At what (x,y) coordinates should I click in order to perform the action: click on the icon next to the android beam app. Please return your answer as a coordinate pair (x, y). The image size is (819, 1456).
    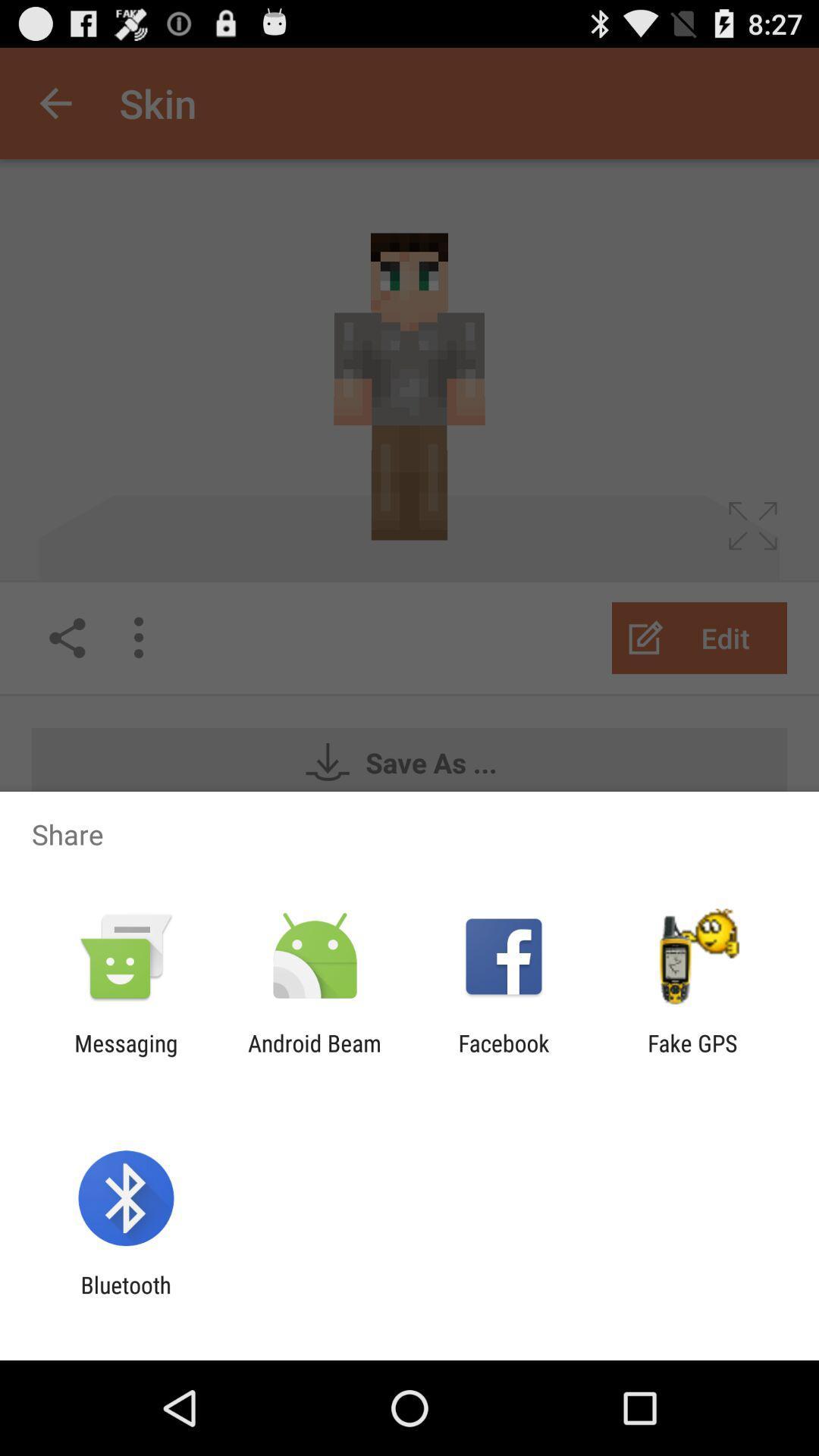
    Looking at the image, I should click on (125, 1056).